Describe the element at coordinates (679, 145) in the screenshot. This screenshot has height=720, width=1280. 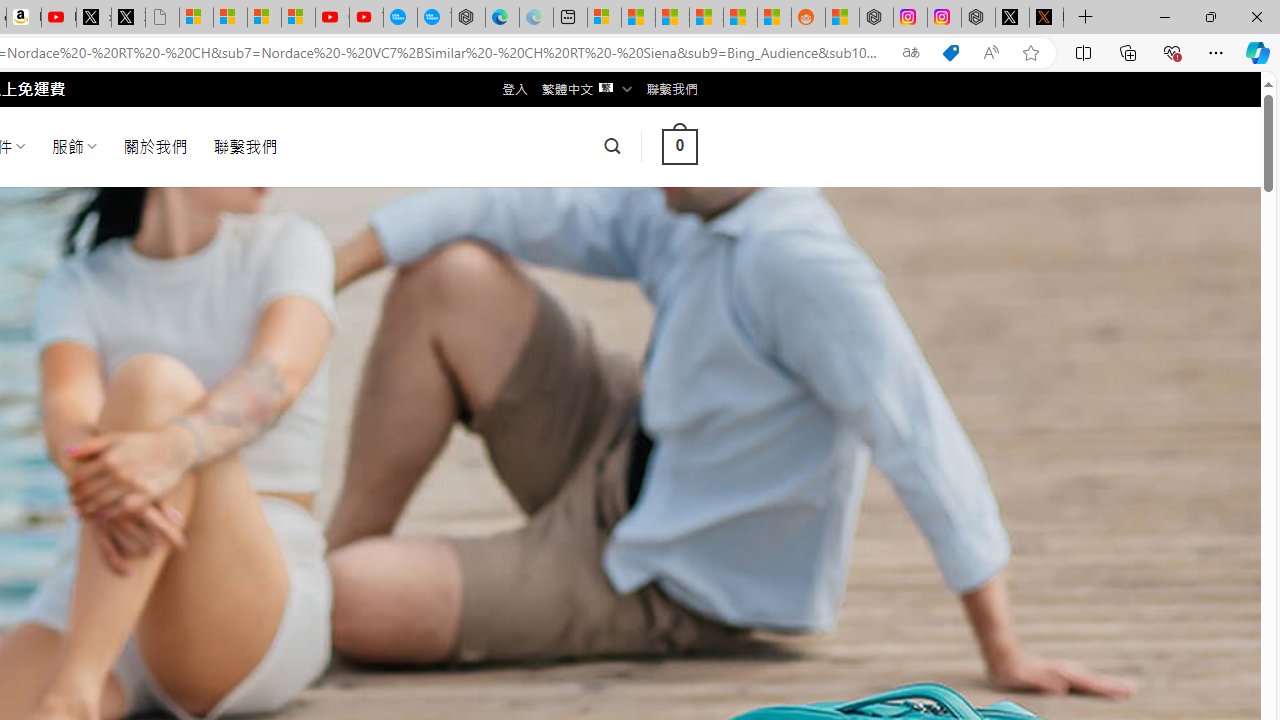
I see `' 0 '` at that location.